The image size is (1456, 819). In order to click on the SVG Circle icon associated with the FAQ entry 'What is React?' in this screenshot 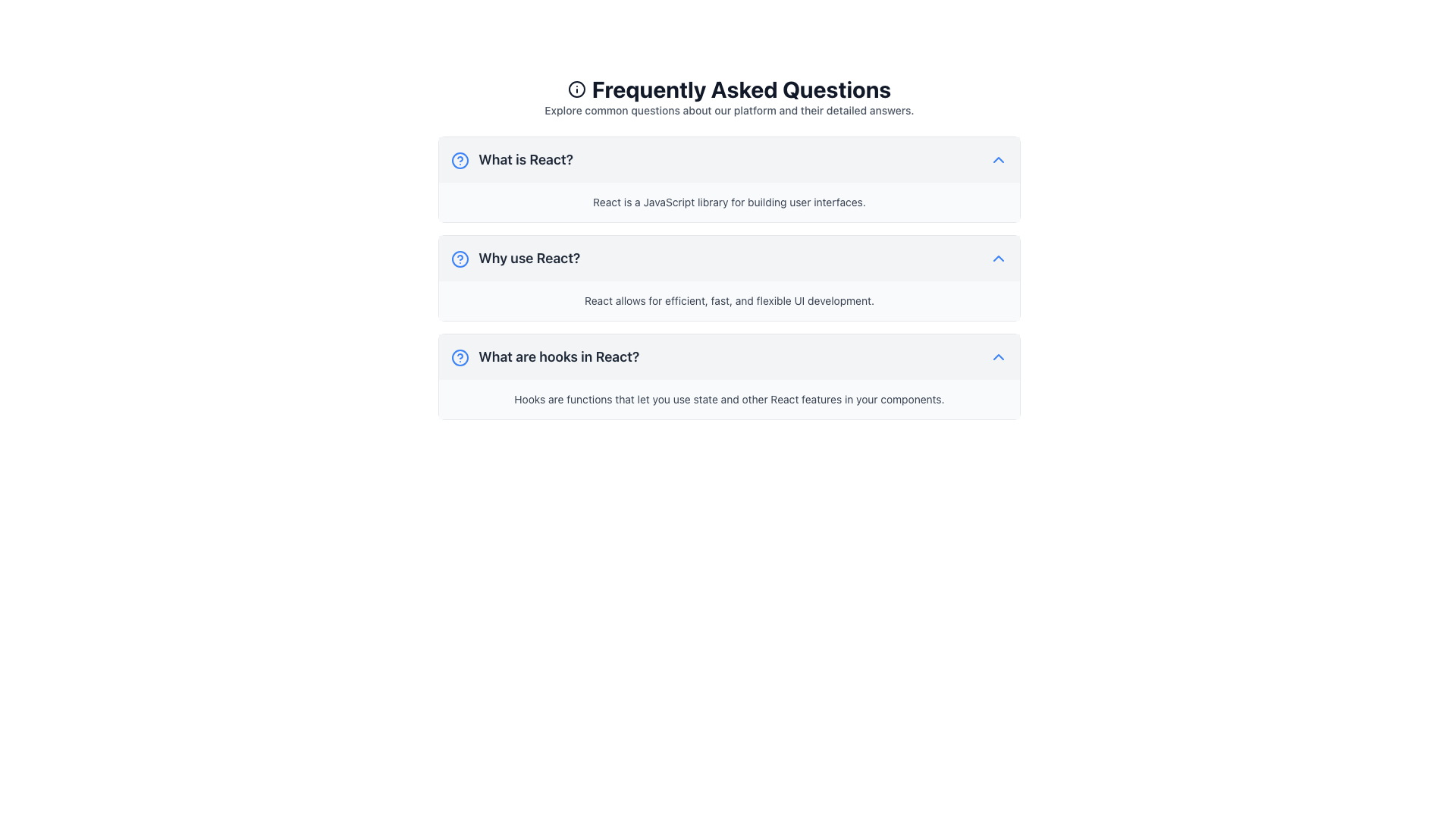, I will do `click(459, 161)`.